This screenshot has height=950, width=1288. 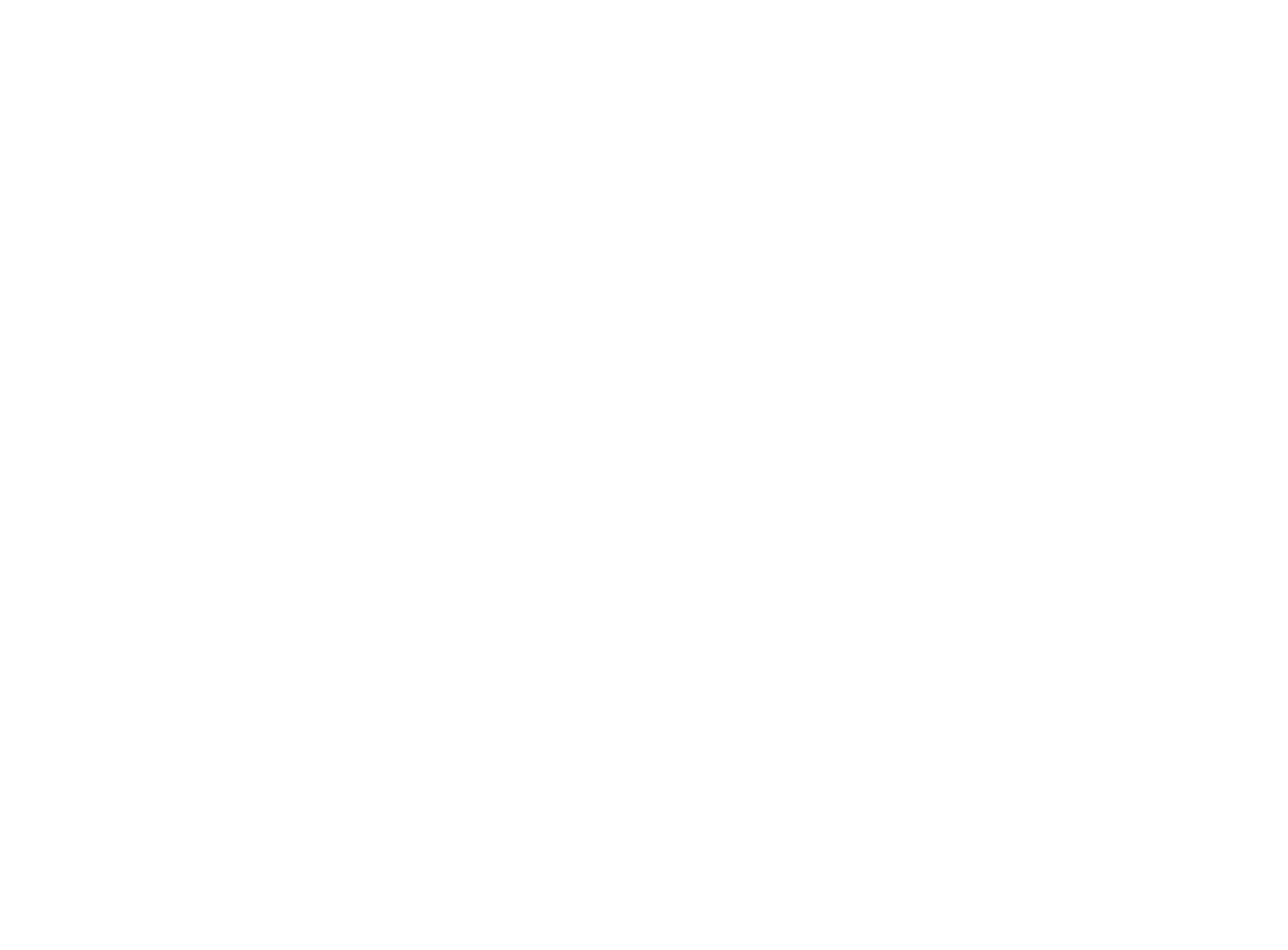 I want to click on 'Her sermon is based on a section of the sixth chapter of the Gospel of Luke, which describes Jesus coming down from a mountain to proclaim a series of blessings and woes.', so click(x=631, y=416).